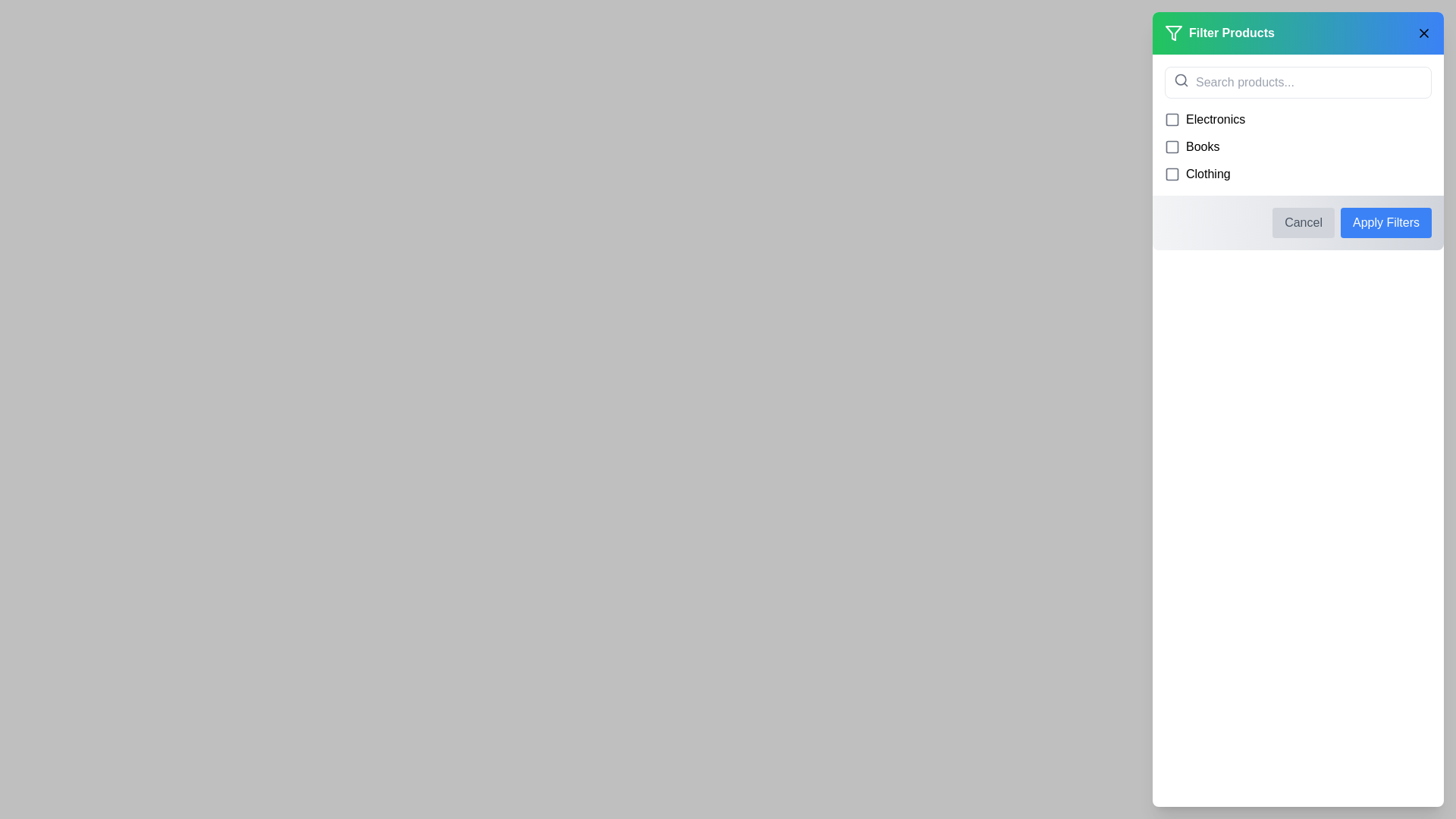 Image resolution: width=1456 pixels, height=819 pixels. I want to click on the close icon button located at the top-right corner of the green header bar labeled 'Filter Products', so click(1423, 33).